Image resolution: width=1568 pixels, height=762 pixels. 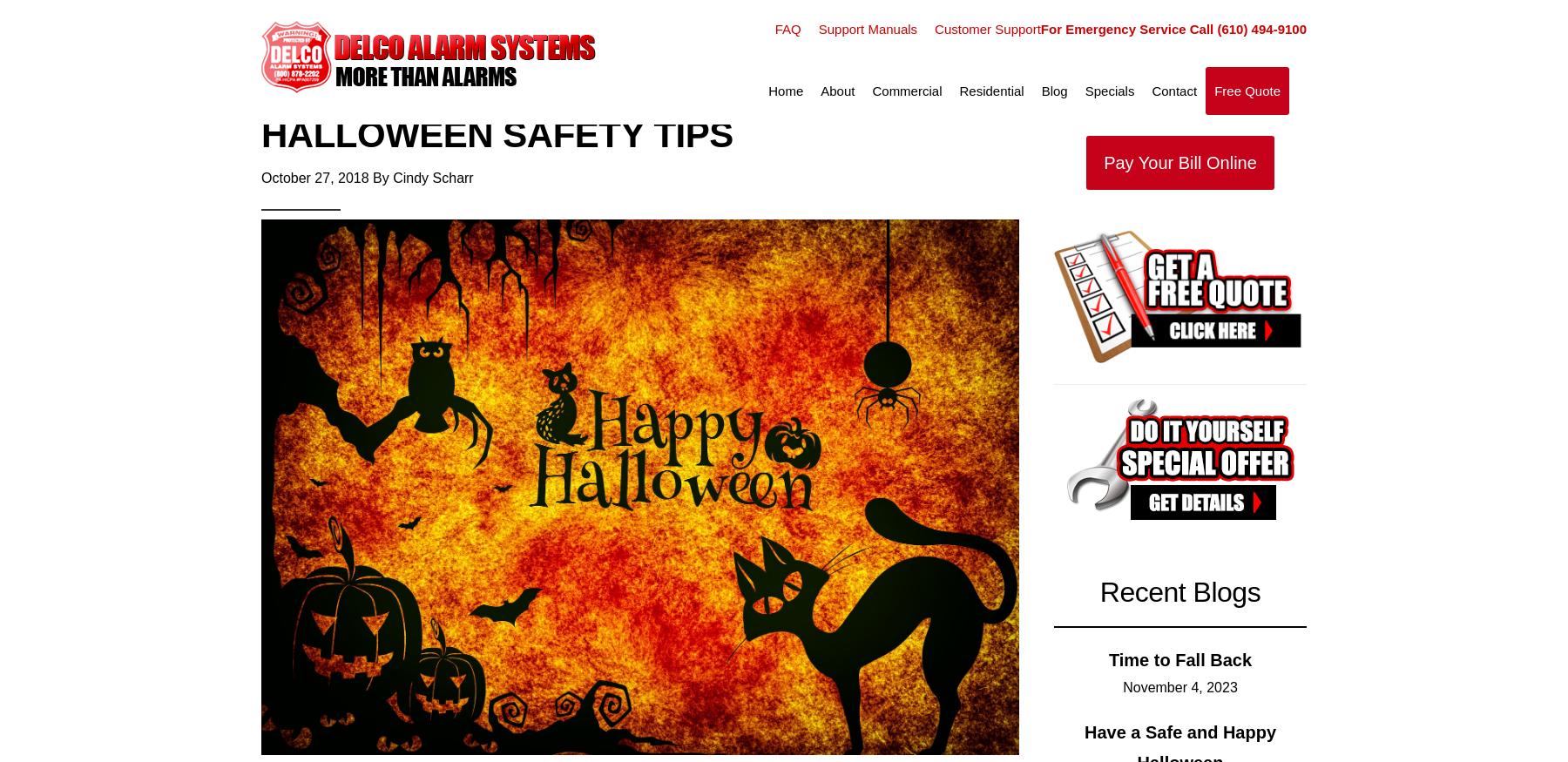 What do you see at coordinates (784, 91) in the screenshot?
I see `'Home'` at bounding box center [784, 91].